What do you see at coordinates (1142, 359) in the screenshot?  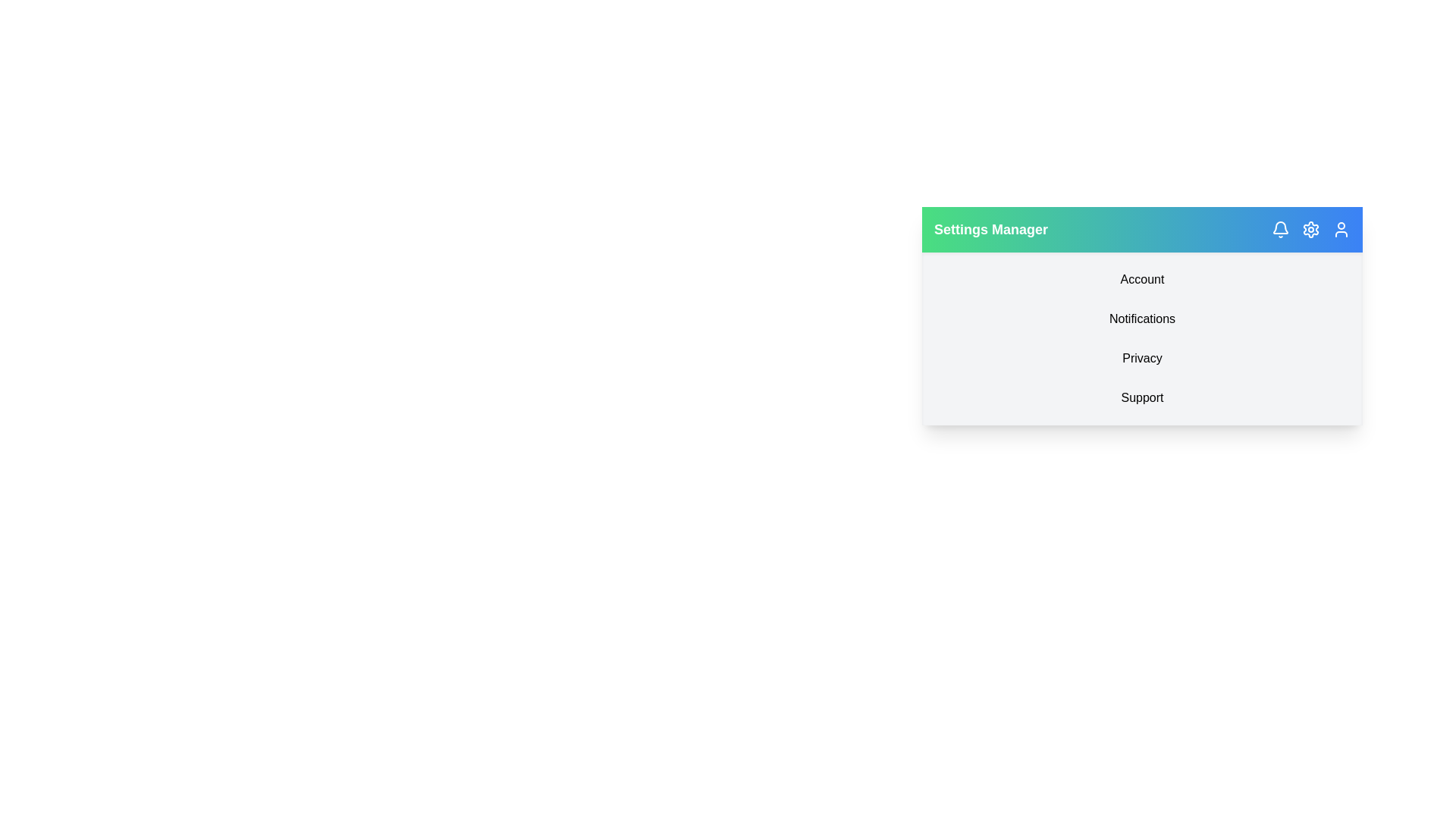 I see `the 'Privacy' menu item in the EnhancedActionBar` at bounding box center [1142, 359].